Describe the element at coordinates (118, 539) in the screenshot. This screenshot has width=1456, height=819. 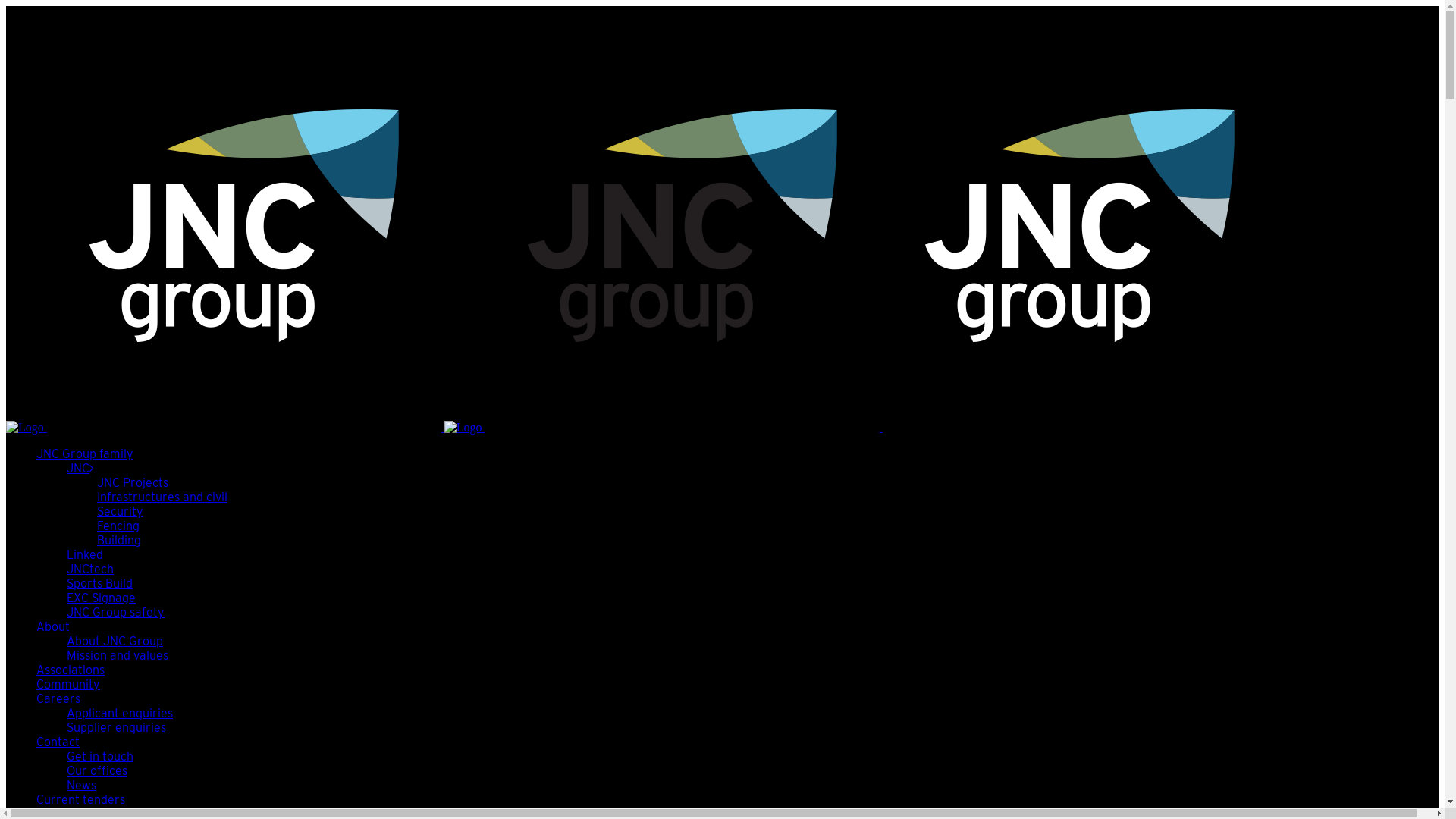
I see `'Building'` at that location.